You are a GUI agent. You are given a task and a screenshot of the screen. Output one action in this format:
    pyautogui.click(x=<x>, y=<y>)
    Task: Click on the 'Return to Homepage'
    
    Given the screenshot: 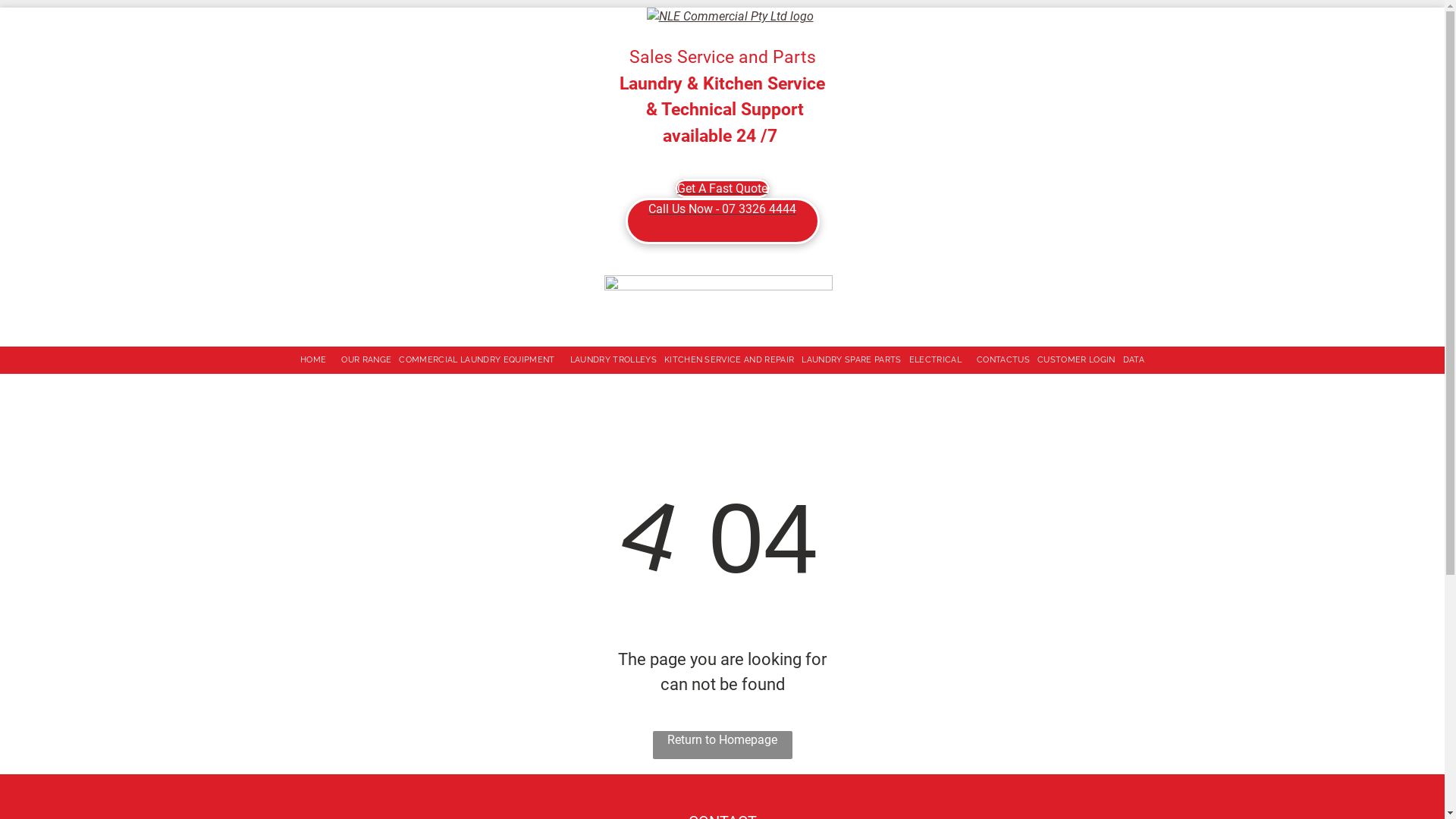 What is the action you would take?
    pyautogui.click(x=651, y=744)
    